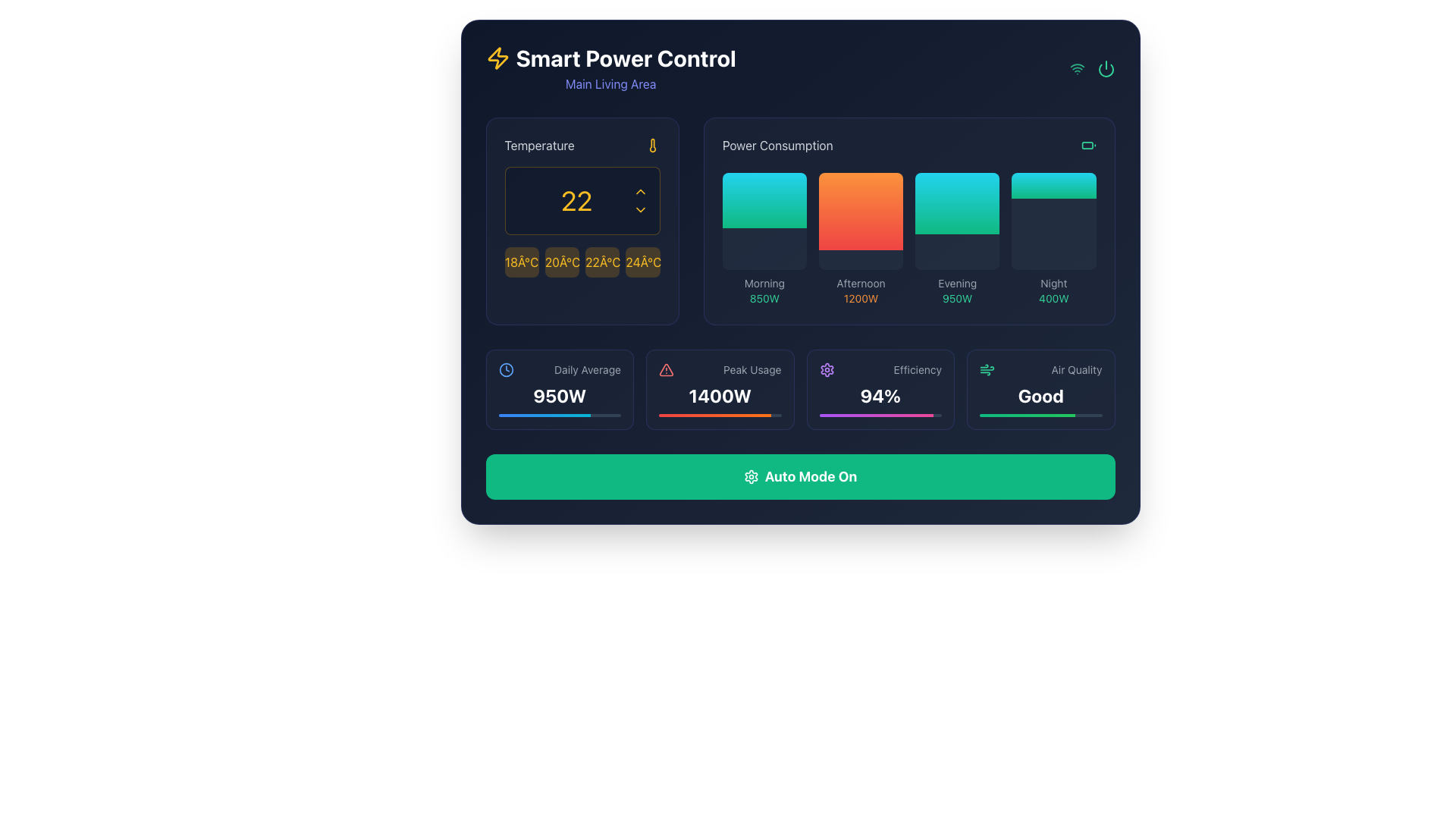  What do you see at coordinates (643, 262) in the screenshot?
I see `the button labeled '24°C', which is the fourth button in a horizontal sequence under the 'Temperature' section, to confirm the selection` at bounding box center [643, 262].